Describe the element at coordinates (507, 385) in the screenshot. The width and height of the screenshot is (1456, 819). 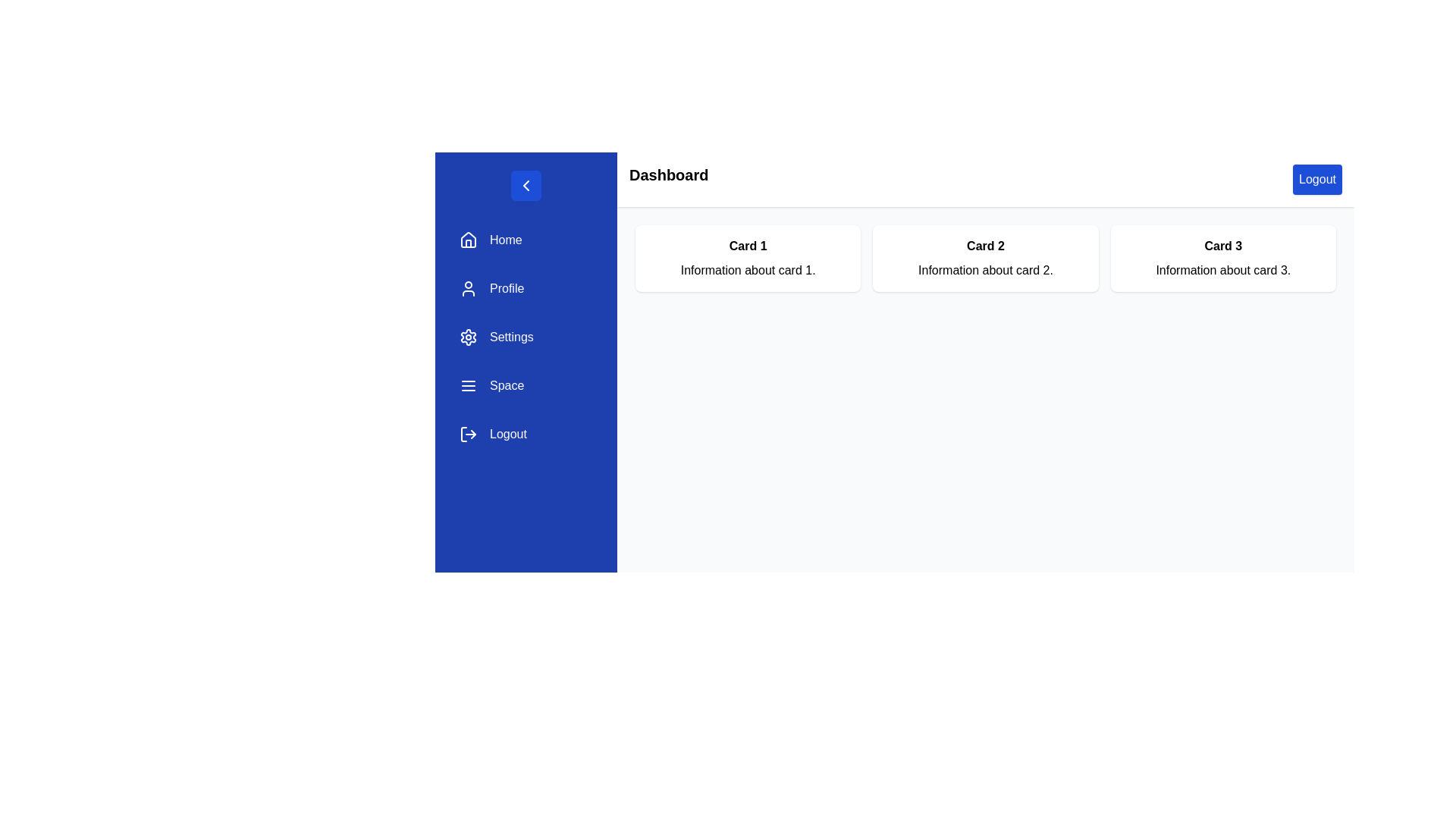
I see `the text label 'Space' styled with white font on a blue background in the left-hand sidebar menu` at that location.